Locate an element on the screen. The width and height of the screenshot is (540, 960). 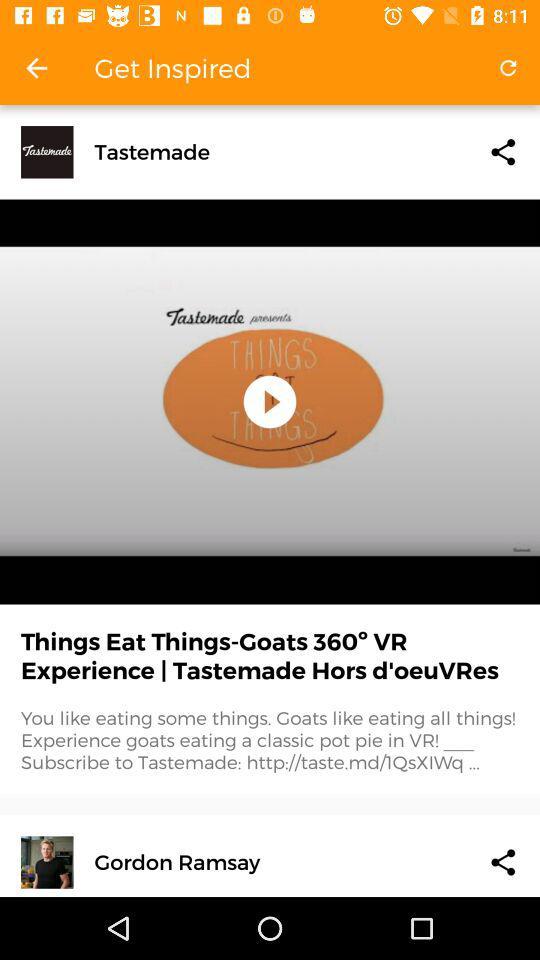
share video is located at coordinates (502, 861).